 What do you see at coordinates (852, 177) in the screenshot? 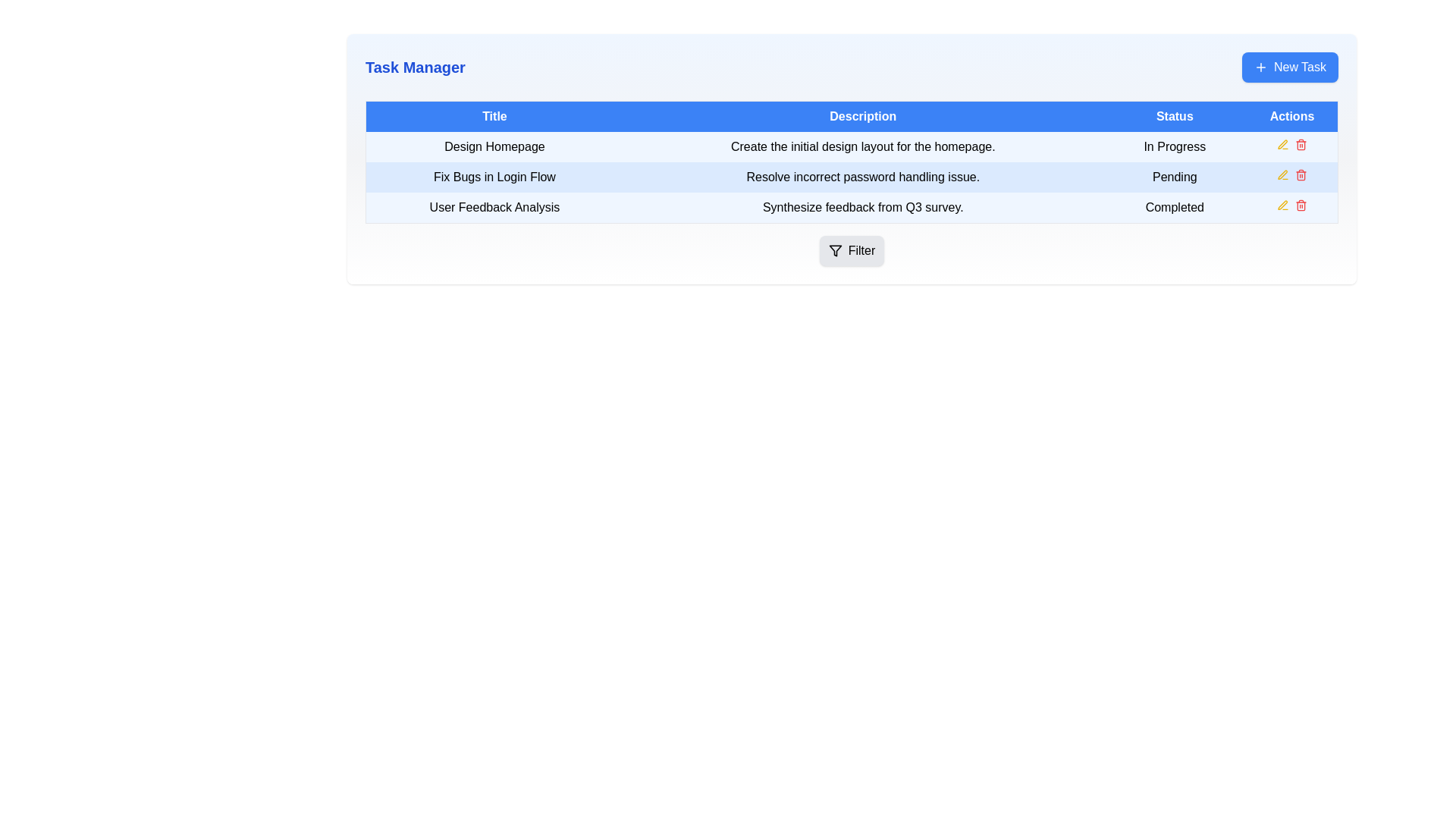
I see `to select or interact with the task represented by the second row in the task management table, which includes the title 'Fix Bugs in Login Flow', description 'Resolve incorrect password handling issue.', and status 'Pending'` at bounding box center [852, 177].